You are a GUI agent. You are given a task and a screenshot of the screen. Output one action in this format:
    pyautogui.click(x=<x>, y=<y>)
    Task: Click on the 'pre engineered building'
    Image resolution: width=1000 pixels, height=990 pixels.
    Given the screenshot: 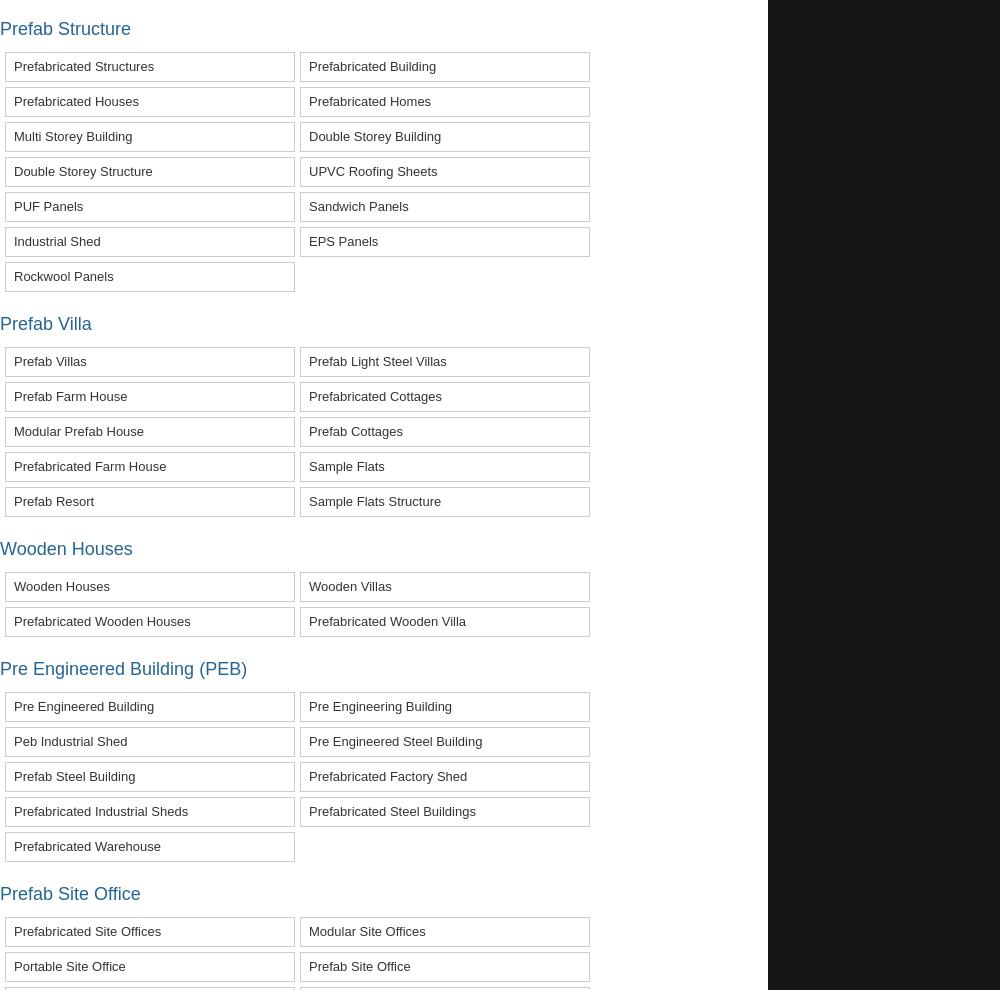 What is the action you would take?
    pyautogui.click(x=83, y=704)
    